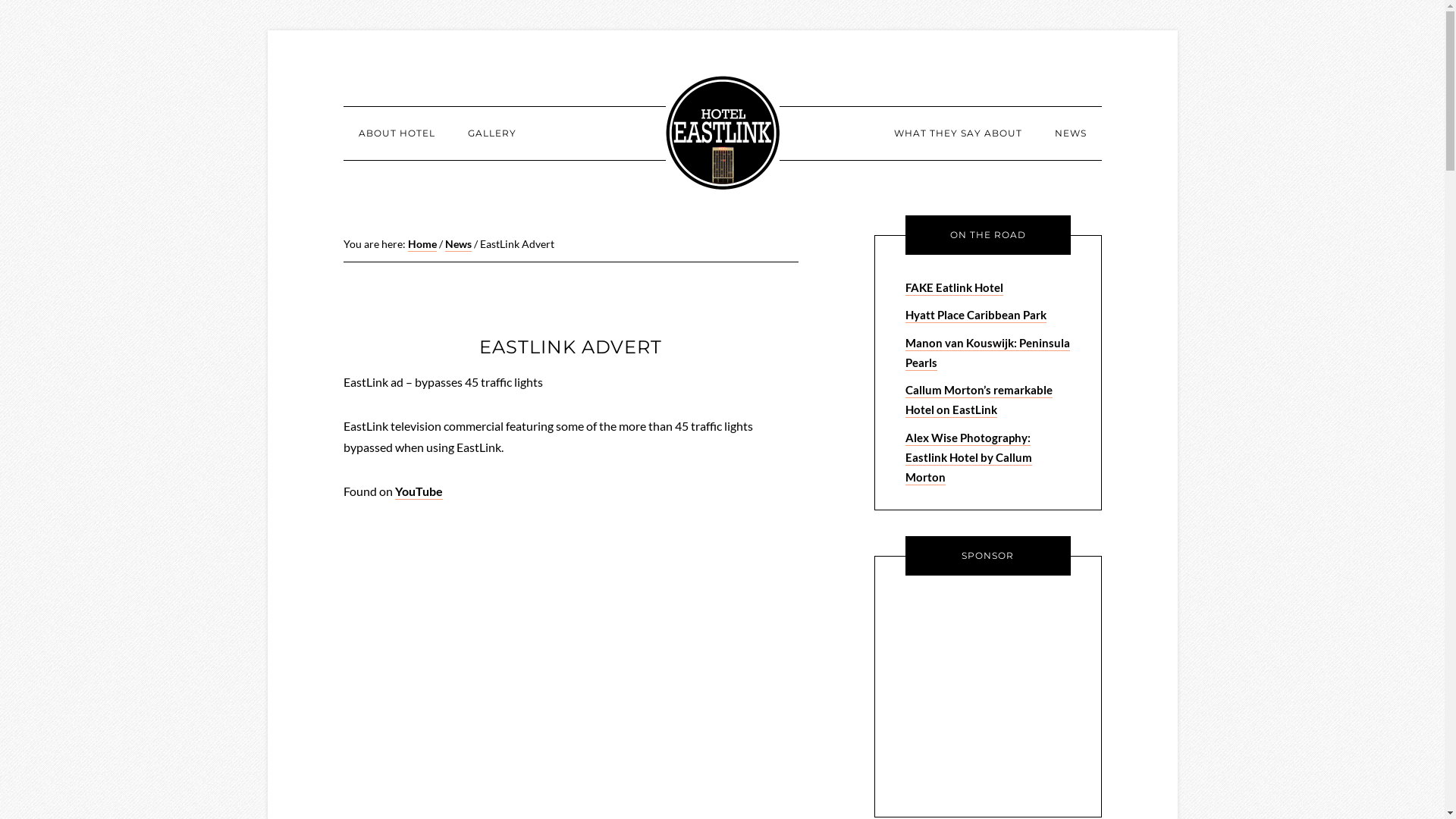 This screenshot has height=819, width=1456. What do you see at coordinates (968, 457) in the screenshot?
I see `'Alex Wise Photography: Eastlink Hotel by Callum Morton'` at bounding box center [968, 457].